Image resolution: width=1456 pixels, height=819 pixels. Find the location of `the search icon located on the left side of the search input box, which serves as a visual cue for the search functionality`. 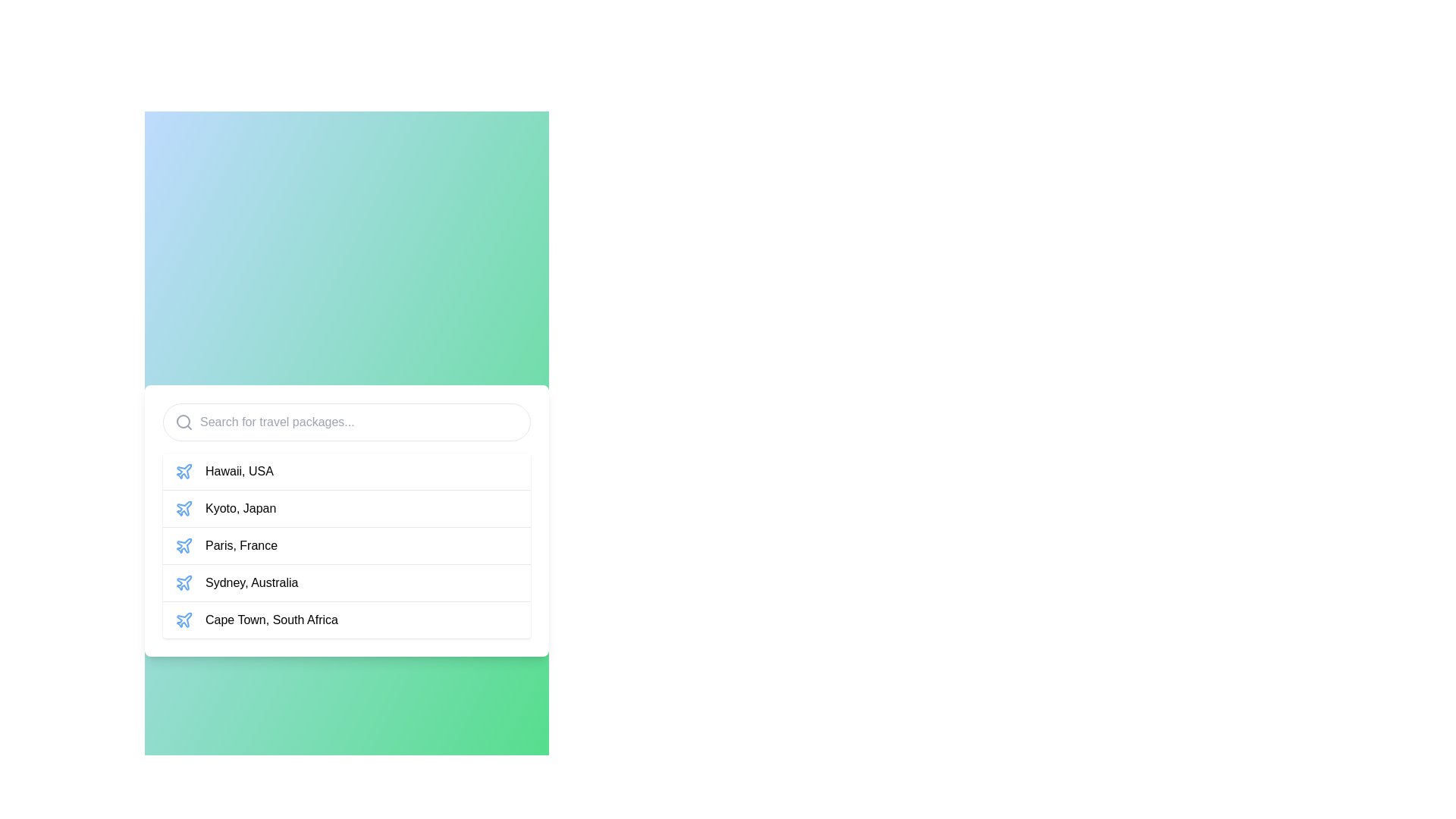

the search icon located on the left side of the search input box, which serves as a visual cue for the search functionality is located at coordinates (184, 422).